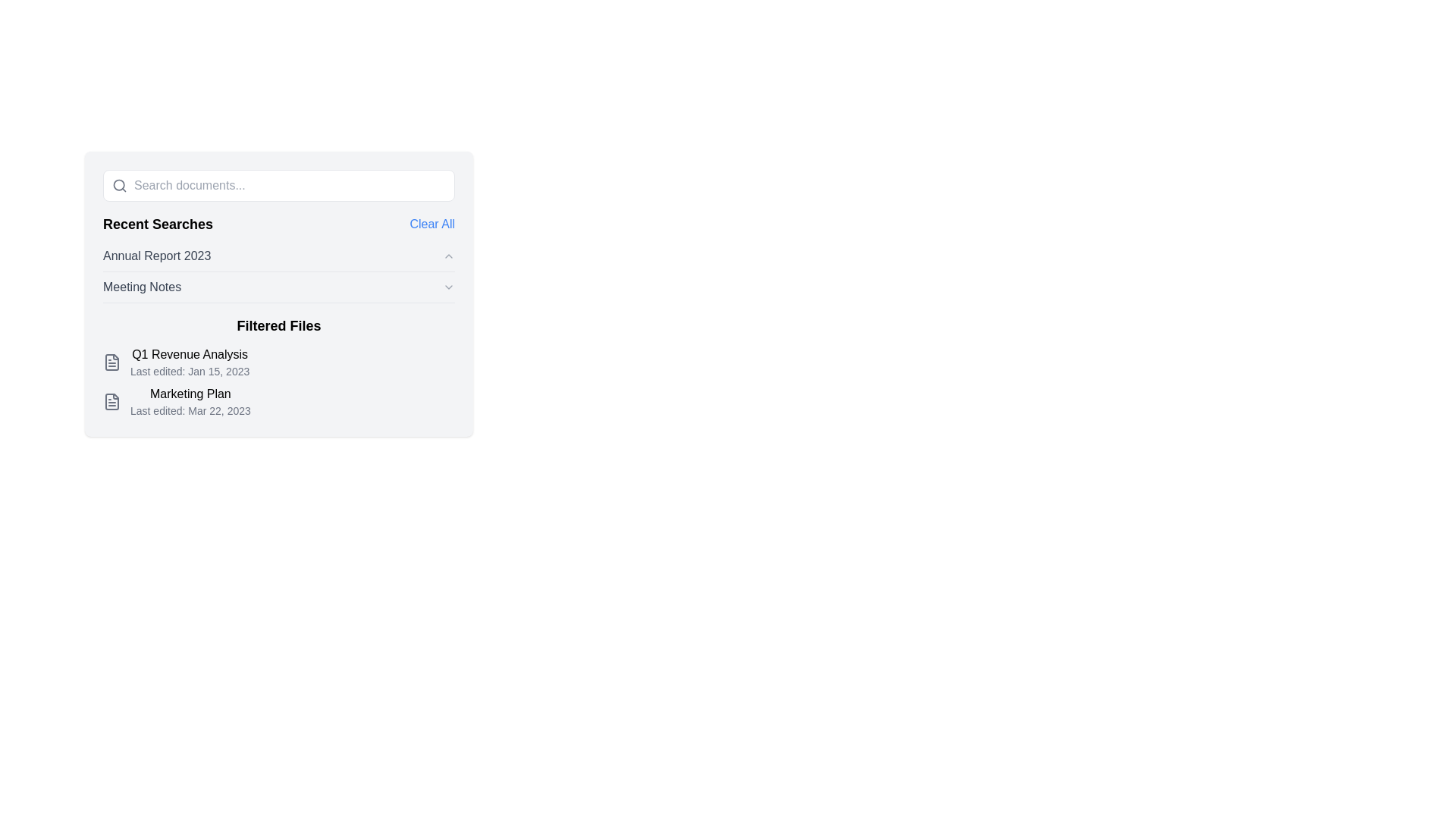 Image resolution: width=1456 pixels, height=819 pixels. Describe the element at coordinates (279, 287) in the screenshot. I see `the Dropdown Trigger labeled 'Meeting Notes' in the 'Recent Searches' section` at that location.